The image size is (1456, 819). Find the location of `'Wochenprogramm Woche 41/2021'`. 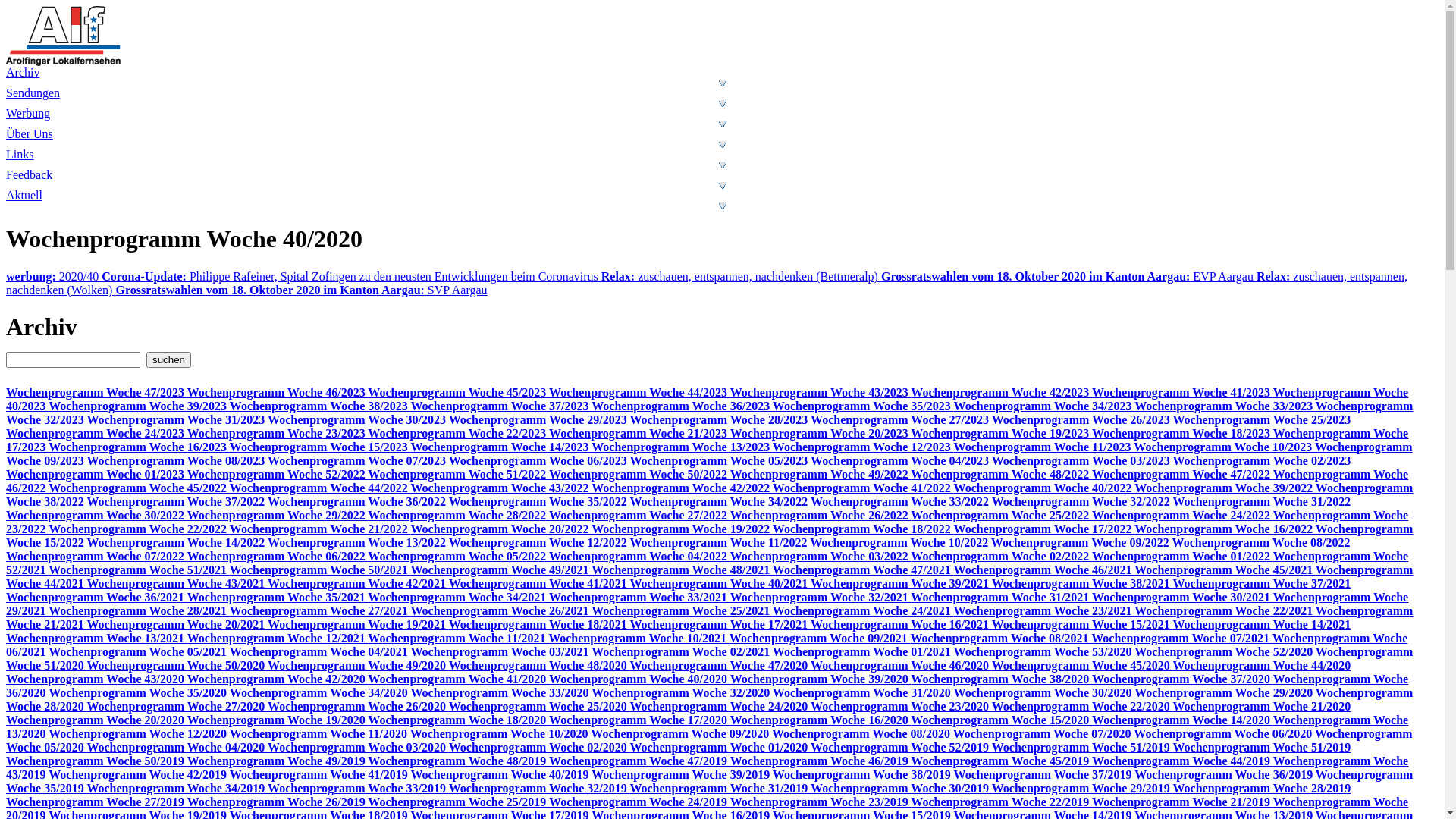

'Wochenprogramm Woche 41/2021' is located at coordinates (539, 582).